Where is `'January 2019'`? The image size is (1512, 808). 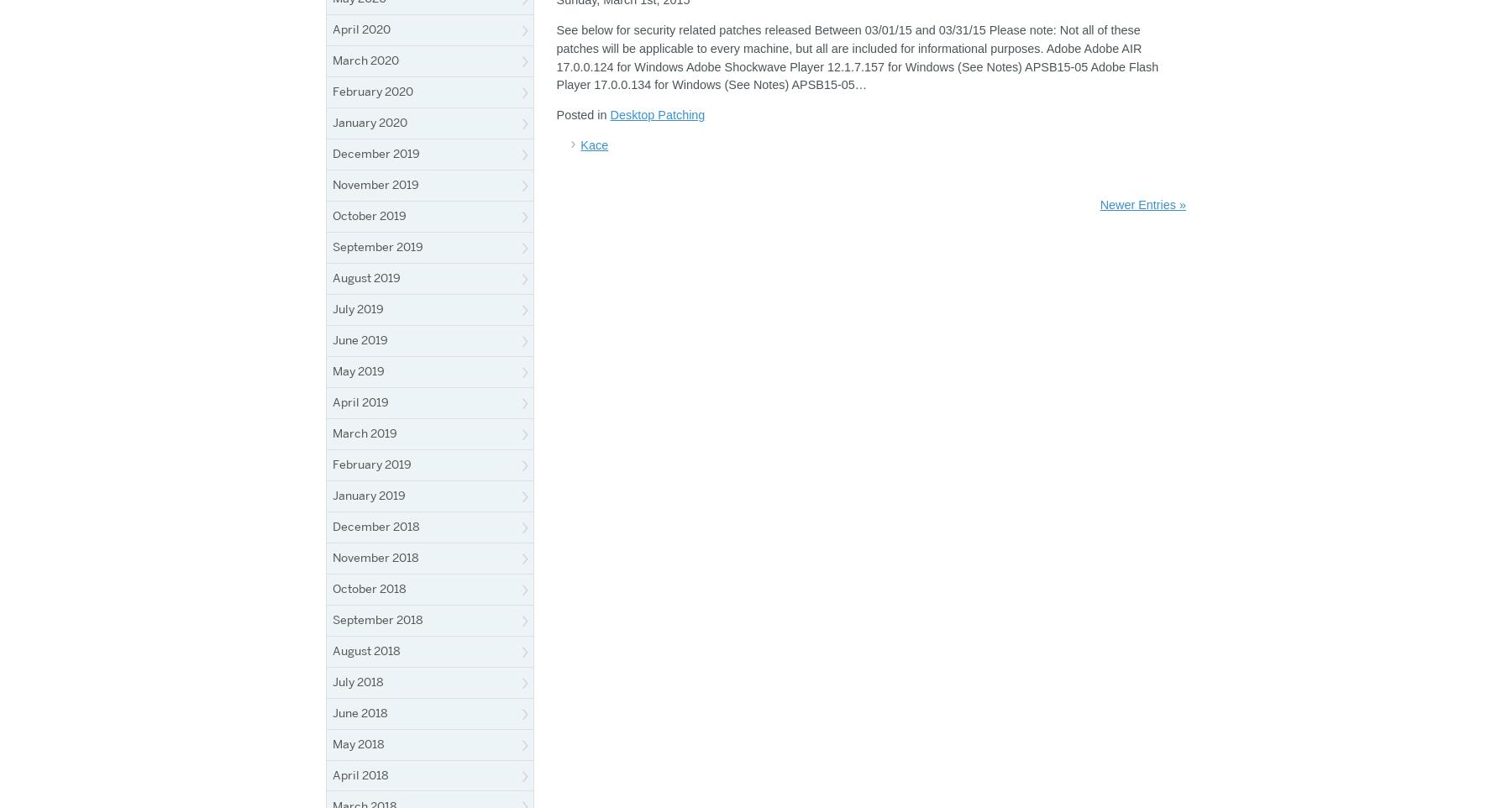
'January 2019' is located at coordinates (369, 494).